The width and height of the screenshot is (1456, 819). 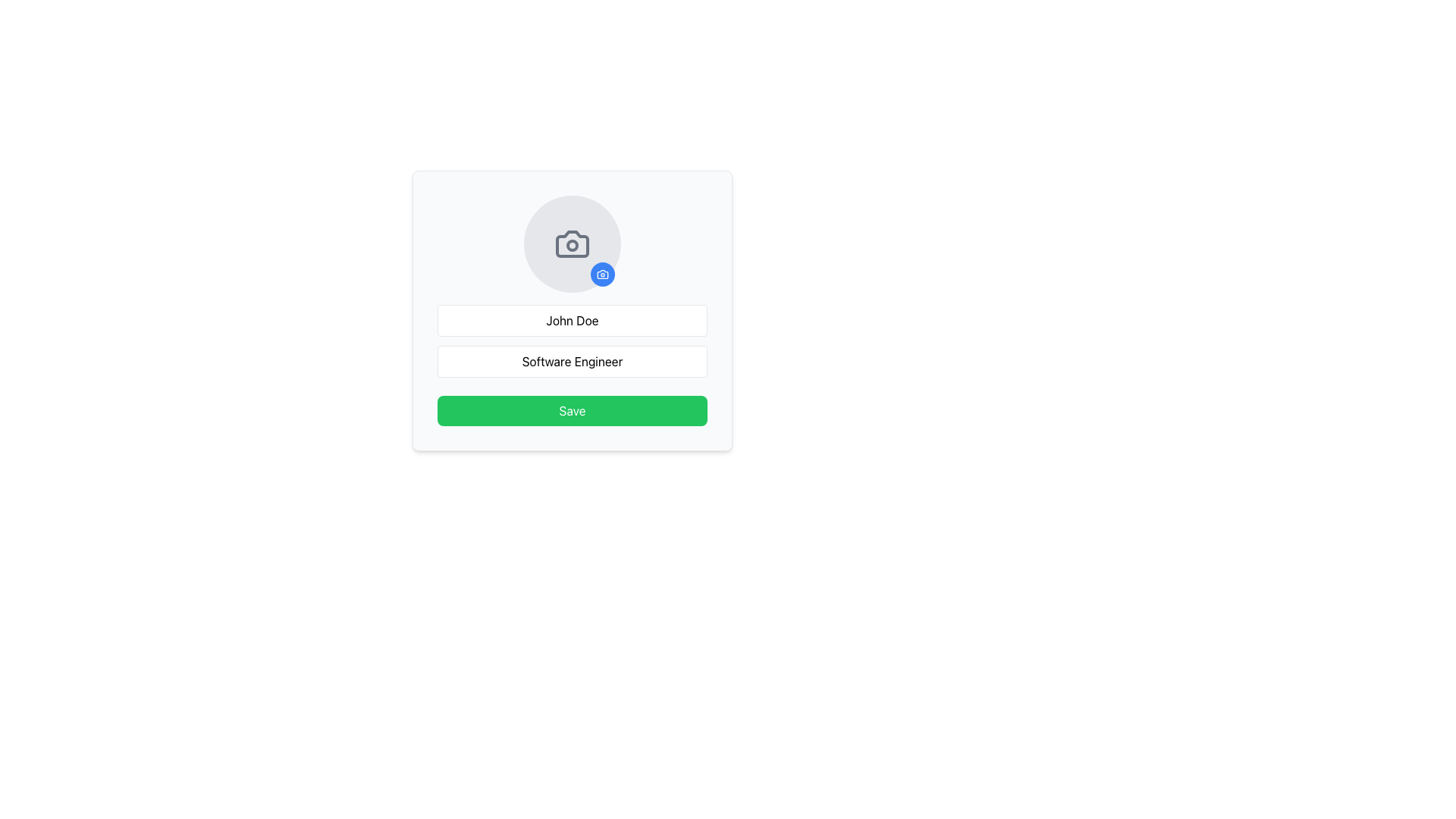 What do you see at coordinates (571, 245) in the screenshot?
I see `the central circular feature of the camera icon in the avatar editing interface` at bounding box center [571, 245].